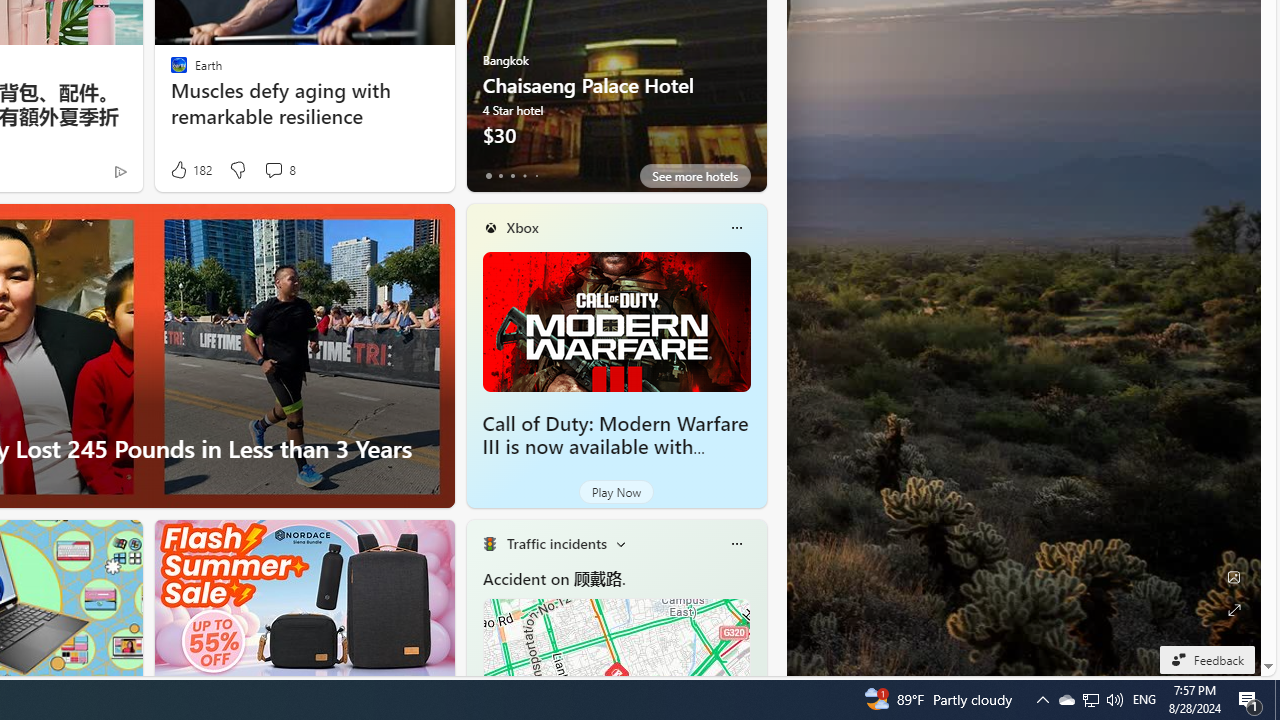  I want to click on 'See more hotels', so click(695, 175).